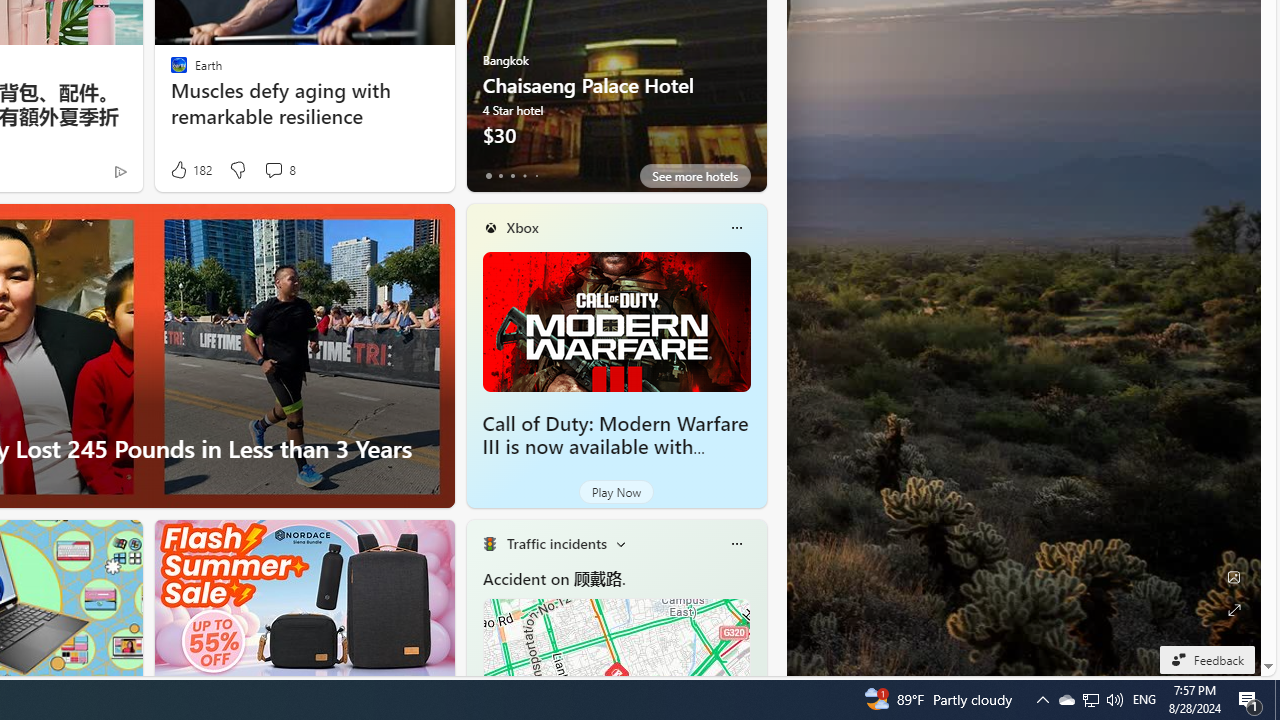  I want to click on 'See more hotels', so click(695, 175).